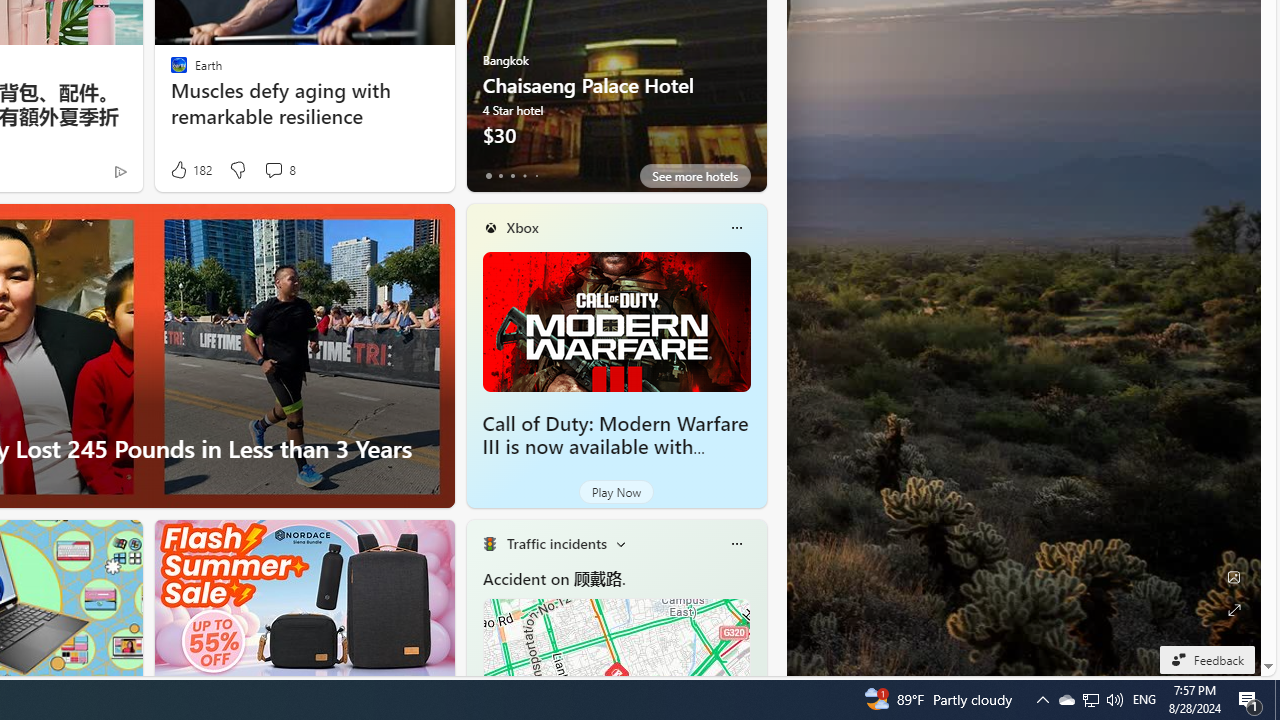  I want to click on 'See more hotels', so click(695, 175).